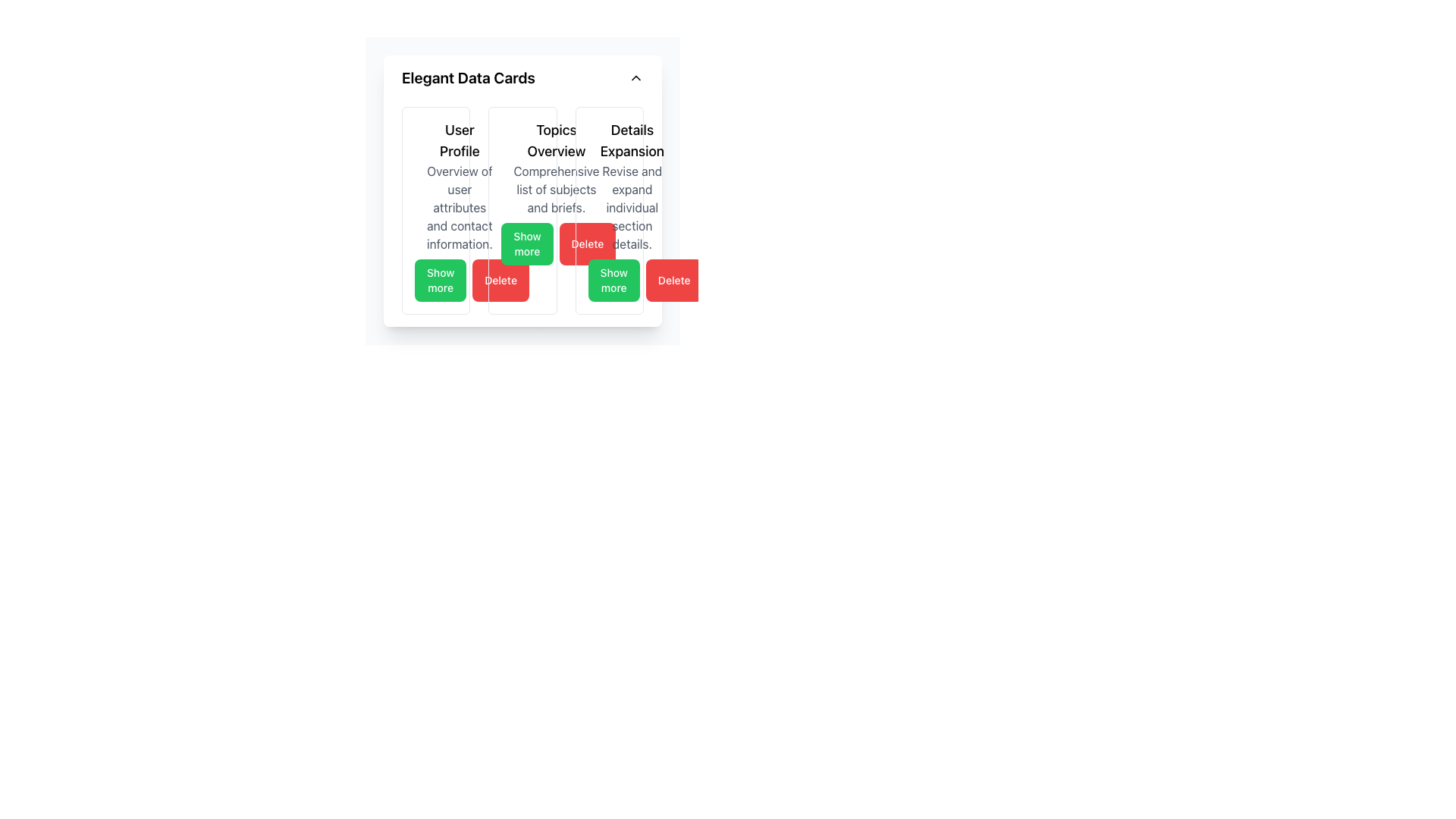  I want to click on the 'Show more' button on the third card in the grid layout, so click(609, 210).